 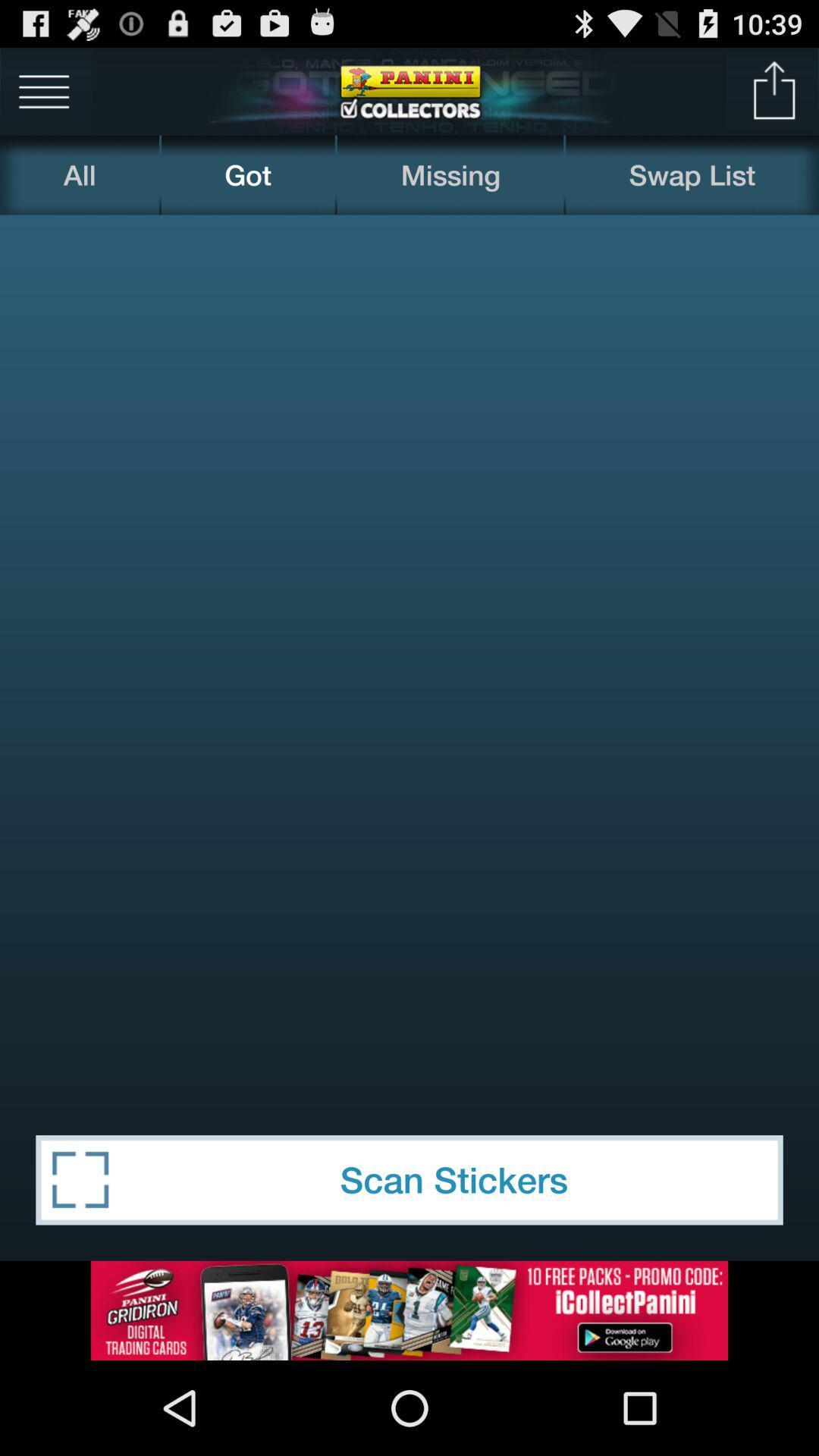 What do you see at coordinates (43, 90) in the screenshot?
I see `list of contents` at bounding box center [43, 90].